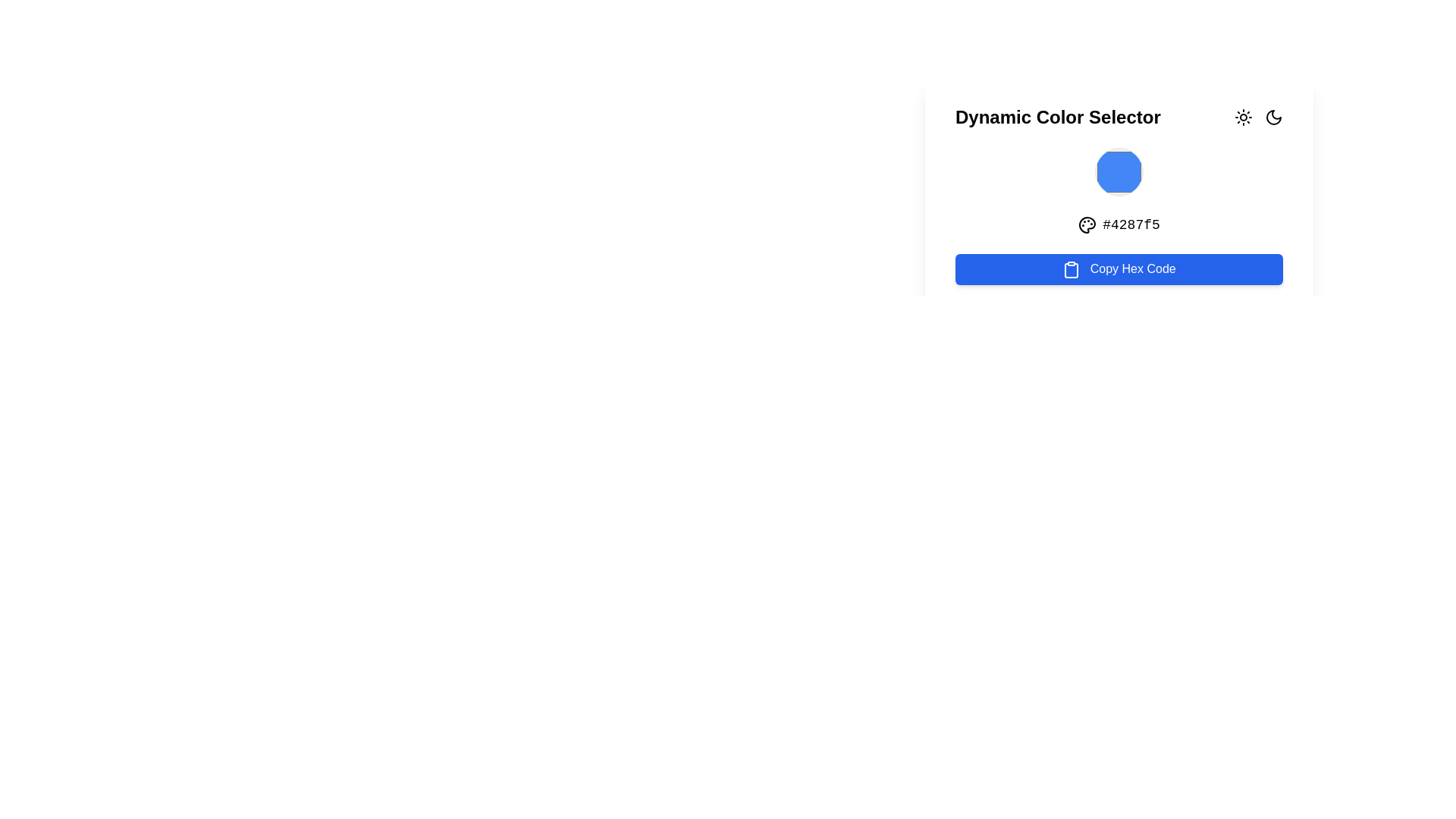  What do you see at coordinates (1119, 174) in the screenshot?
I see `the light blue color circle element located centrally within the 'Dynamic Color Selector' card interface` at bounding box center [1119, 174].